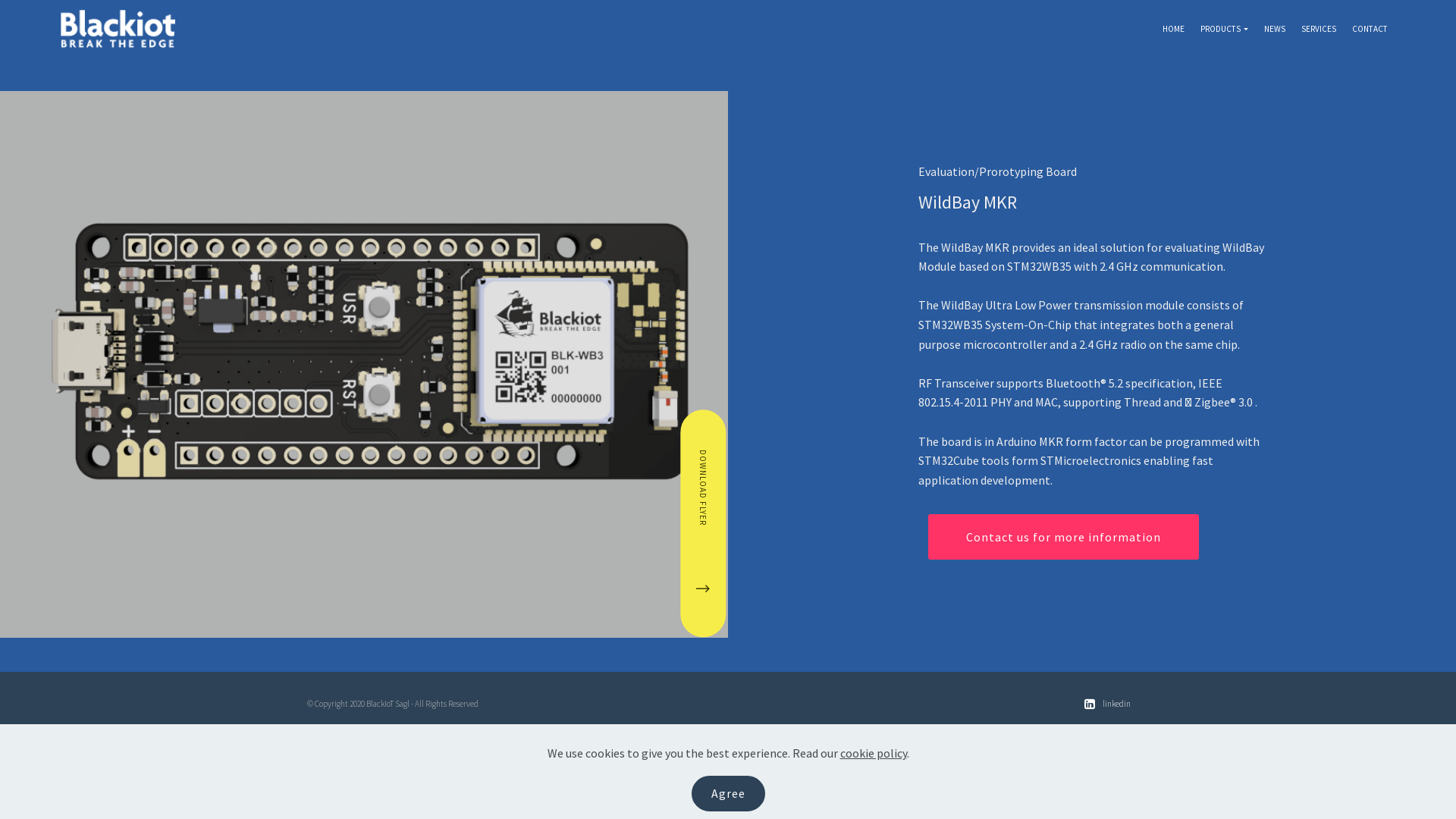 The width and height of the screenshot is (1456, 819). I want to click on 'Contact us for more information', so click(1062, 536).